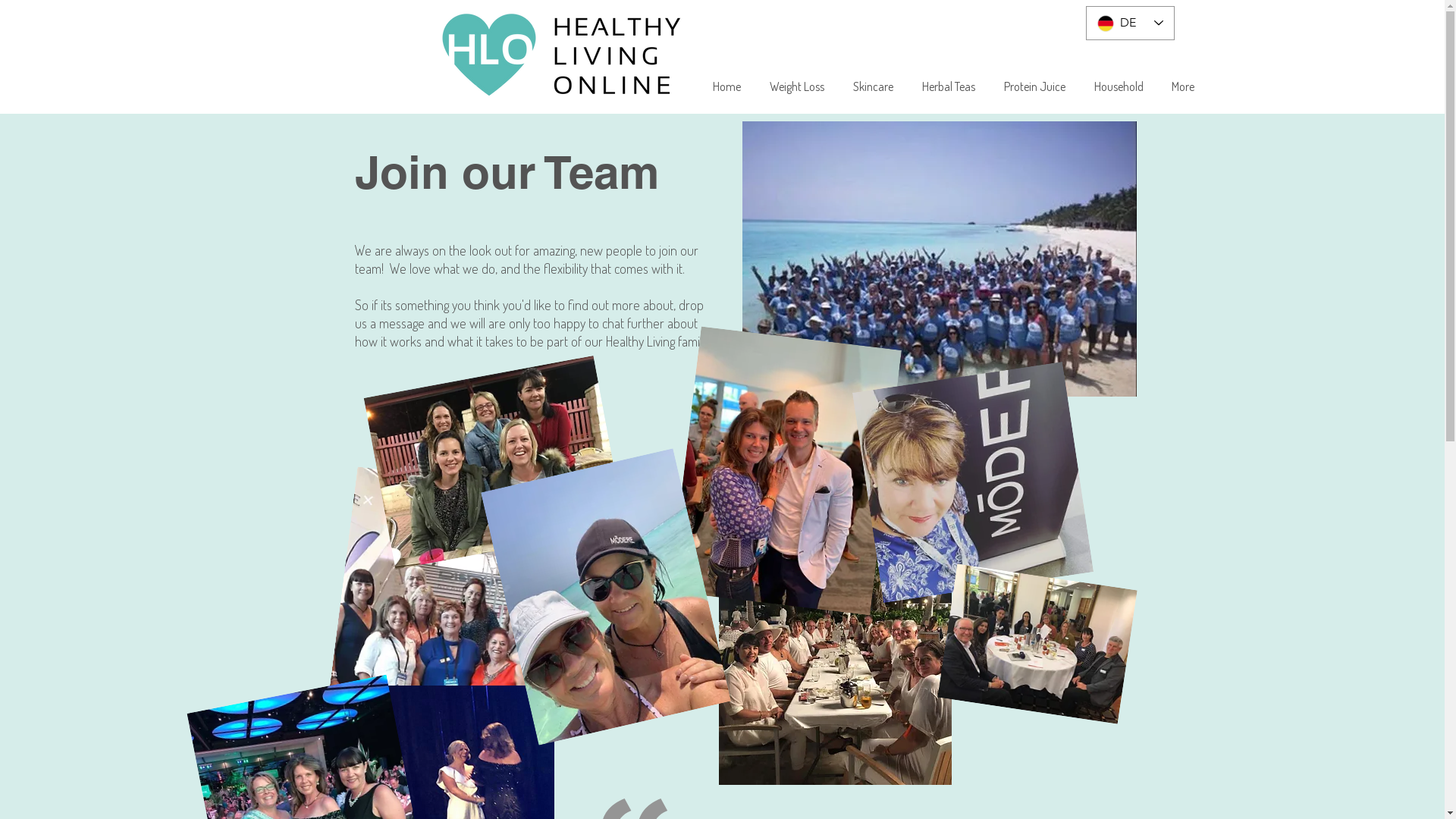  I want to click on 'Household', so click(1118, 86).